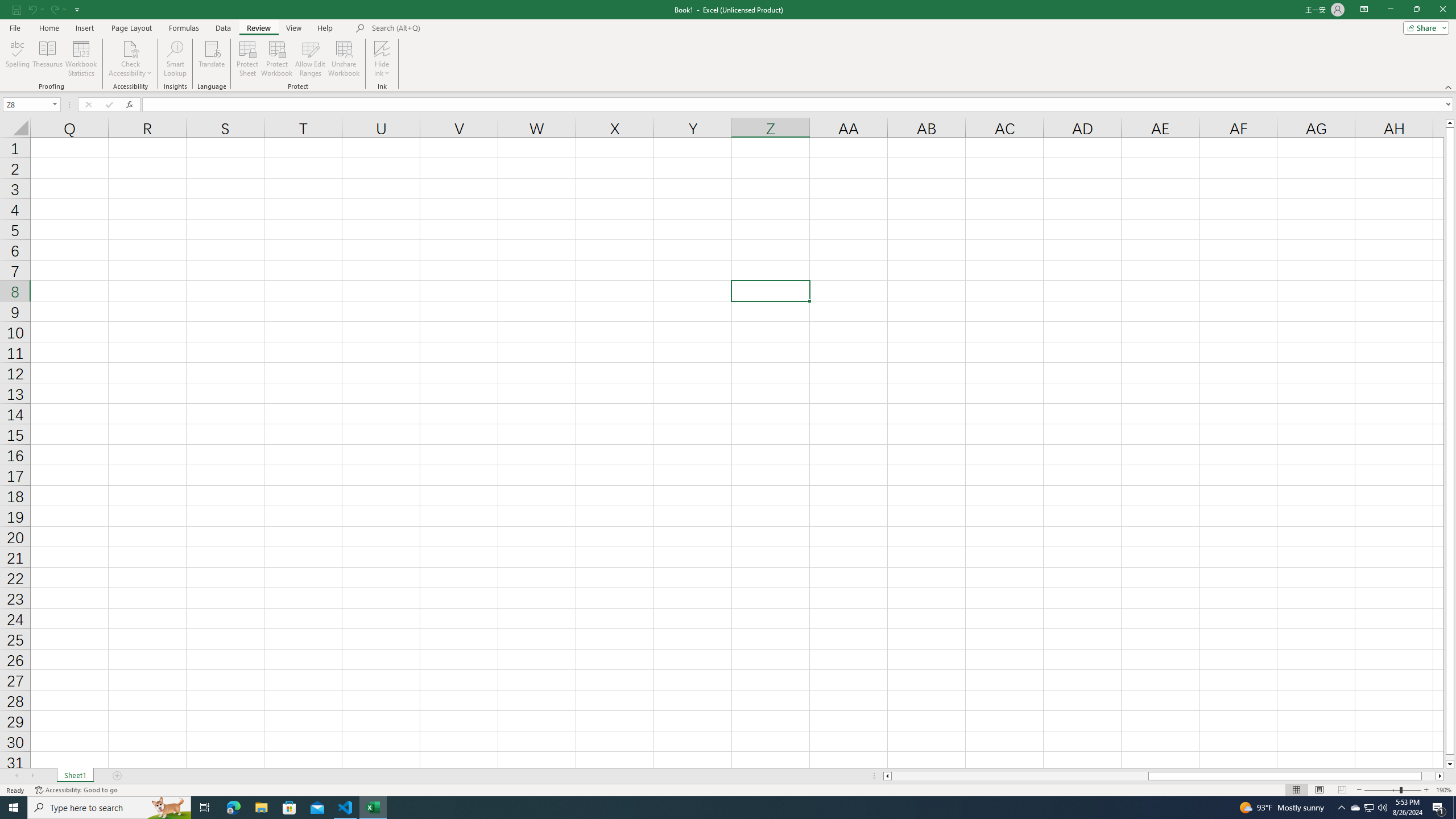  I want to click on 'Line up', so click(1449, 122).